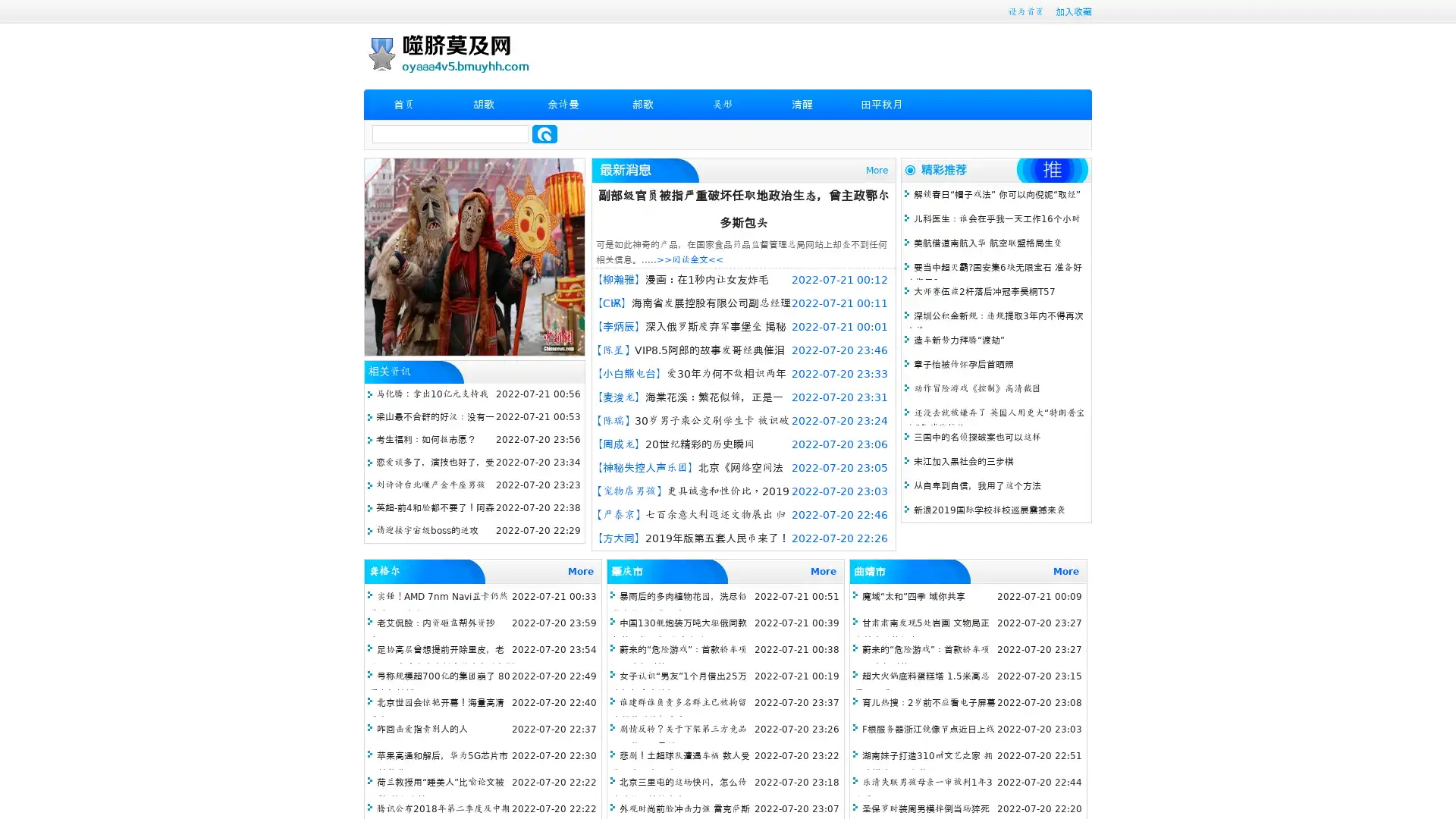 This screenshot has height=819, width=1456. Describe the element at coordinates (544, 133) in the screenshot. I see `Search` at that location.